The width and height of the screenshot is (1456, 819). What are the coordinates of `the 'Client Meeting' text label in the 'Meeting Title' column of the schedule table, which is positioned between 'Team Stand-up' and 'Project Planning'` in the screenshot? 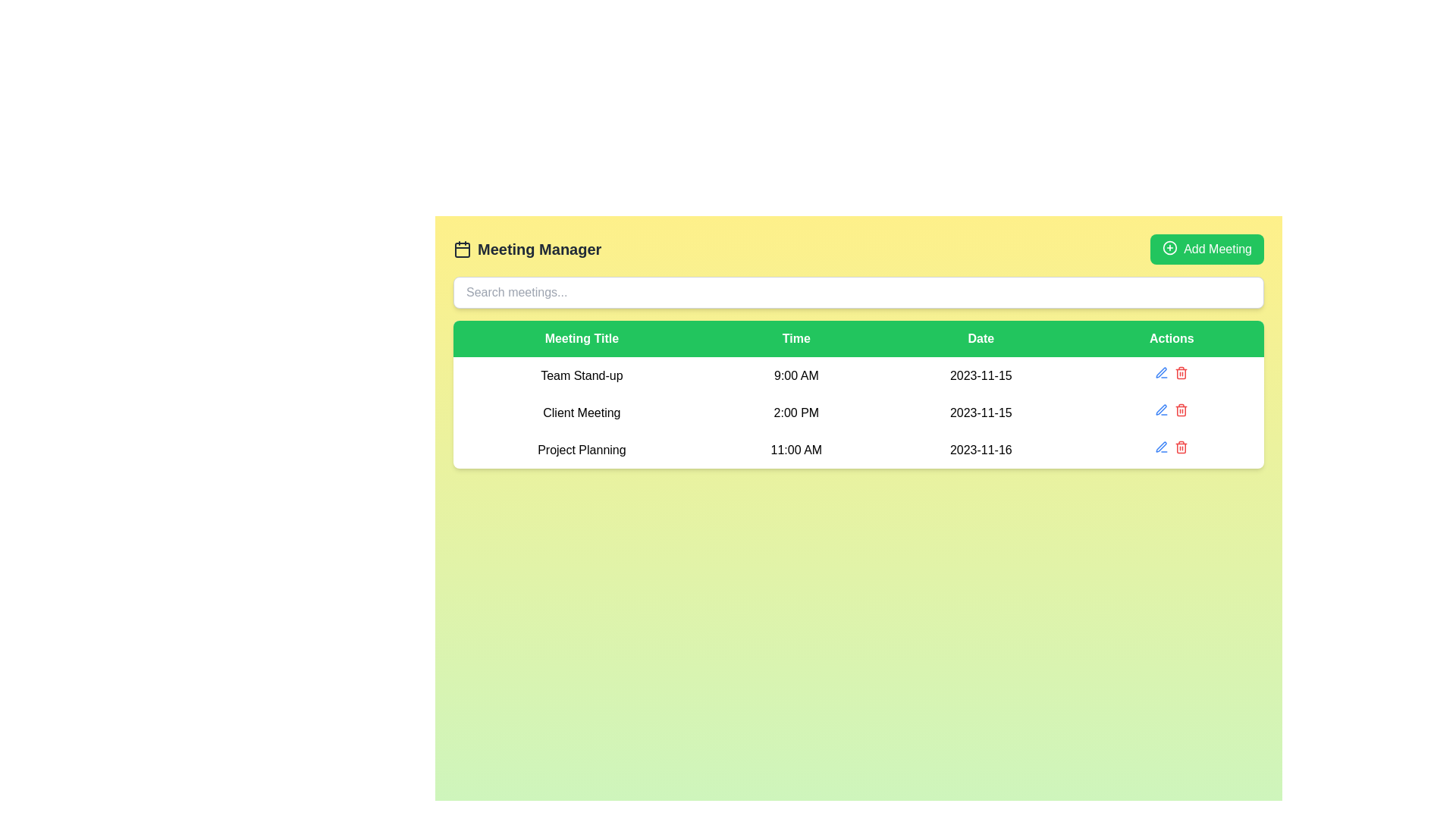 It's located at (581, 413).